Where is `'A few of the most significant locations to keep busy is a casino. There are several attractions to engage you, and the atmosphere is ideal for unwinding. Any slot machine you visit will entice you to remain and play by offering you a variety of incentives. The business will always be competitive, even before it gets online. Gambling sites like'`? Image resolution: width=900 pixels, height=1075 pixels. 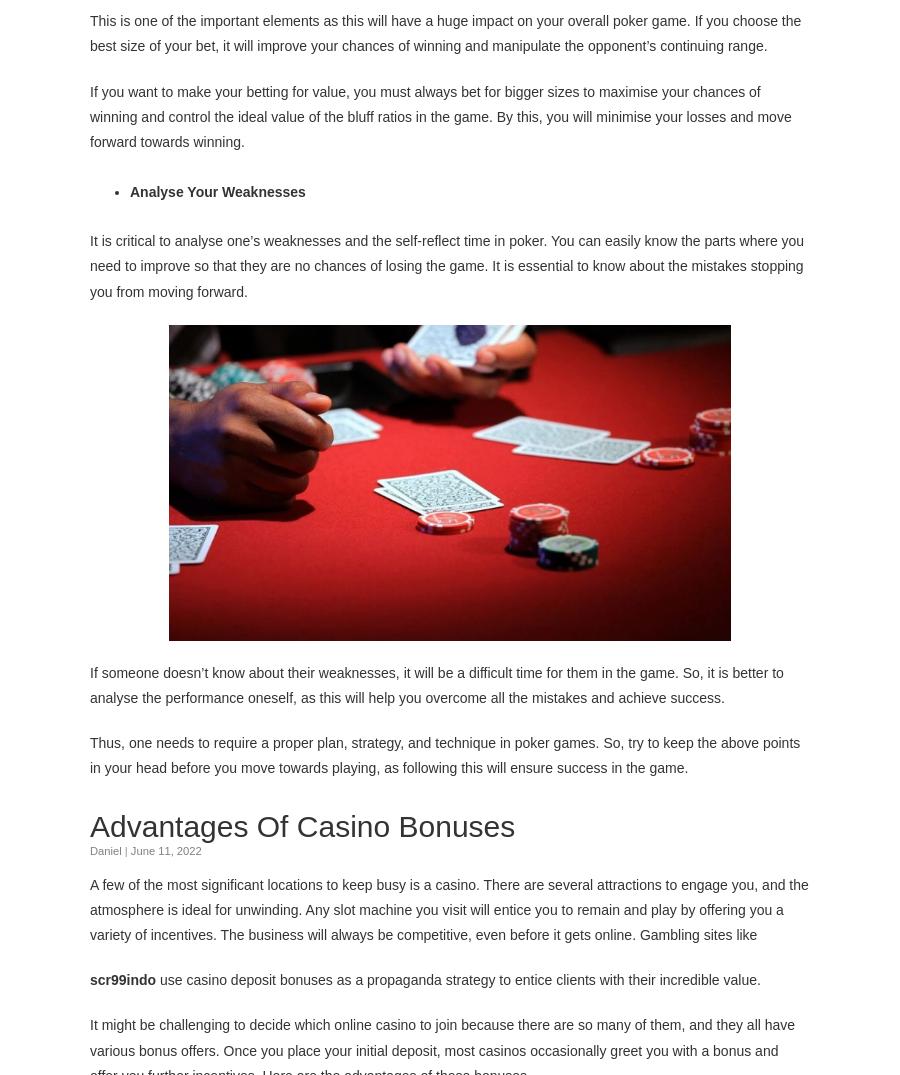
'A few of the most significant locations to keep busy is a casino. There are several attractions to engage you, and the atmosphere is ideal for unwinding. Any slot machine you visit will entice you to remain and play by offering you a variety of incentives. The business will always be competitive, even before it gets online. Gambling sites like' is located at coordinates (449, 907).